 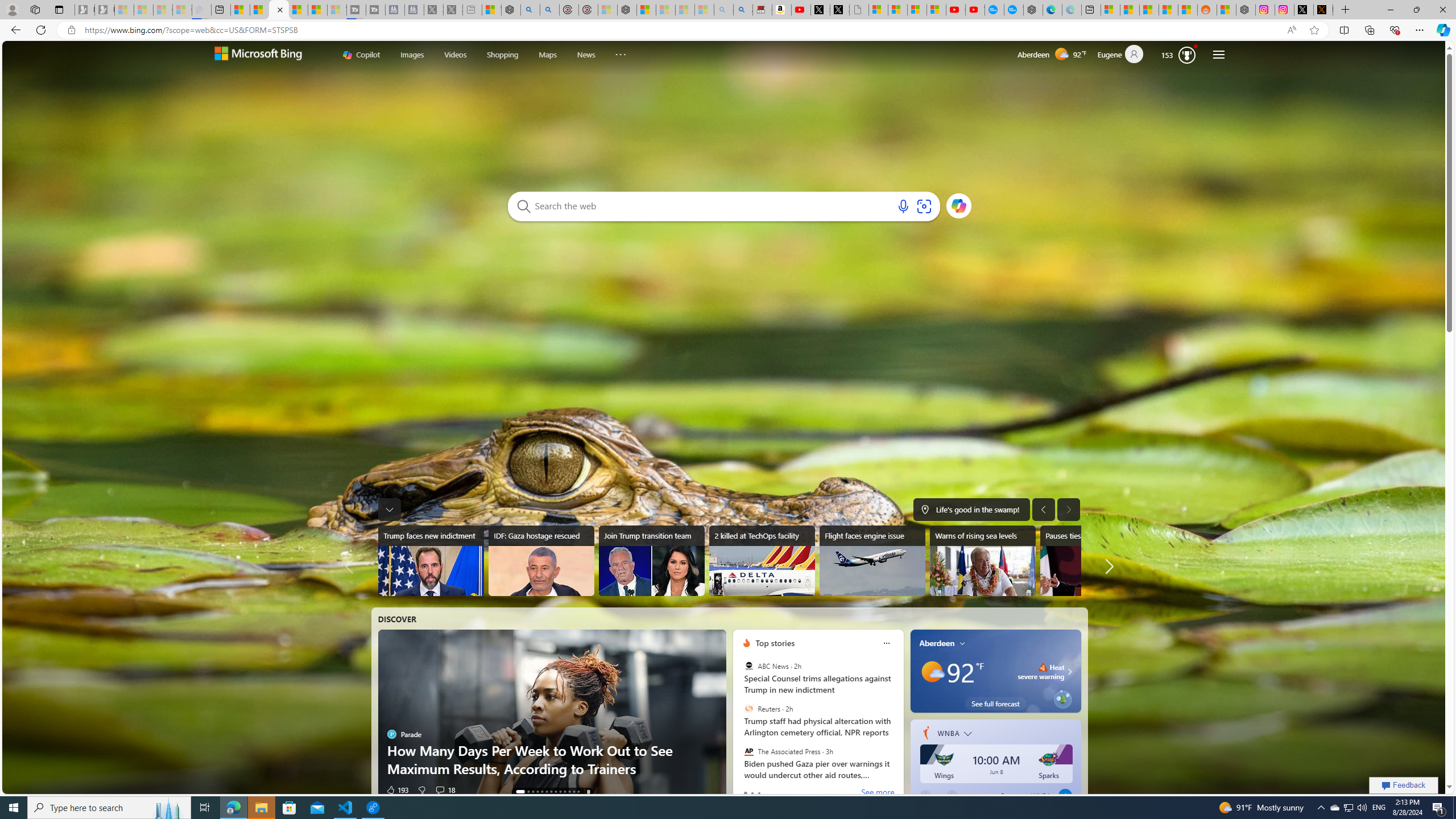 What do you see at coordinates (839, 9) in the screenshot?
I see `'X'` at bounding box center [839, 9].